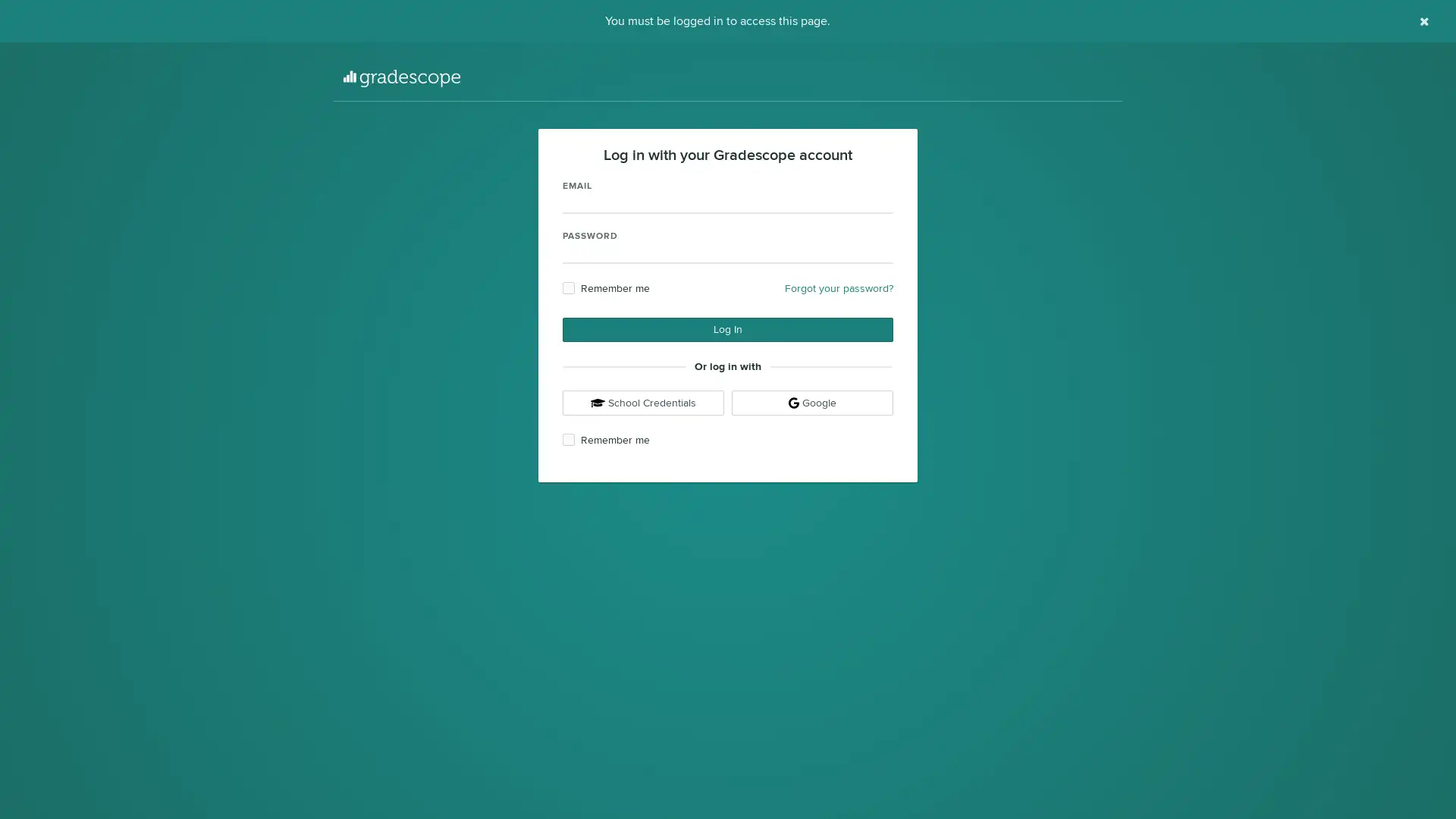 The height and width of the screenshot is (819, 1456). What do you see at coordinates (728, 329) in the screenshot?
I see `Log In` at bounding box center [728, 329].